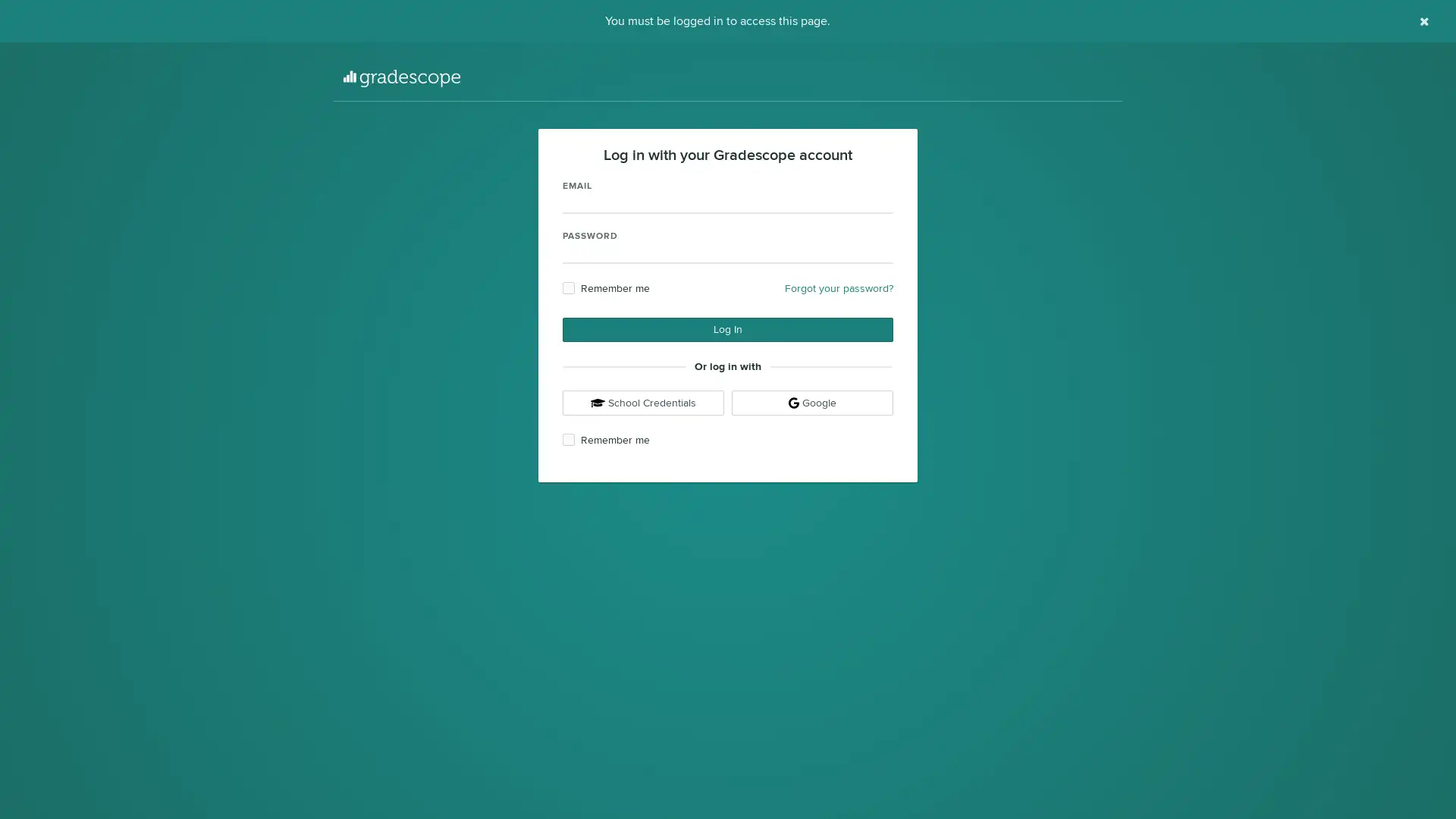 The height and width of the screenshot is (819, 1456). What do you see at coordinates (728, 329) in the screenshot?
I see `Log In` at bounding box center [728, 329].